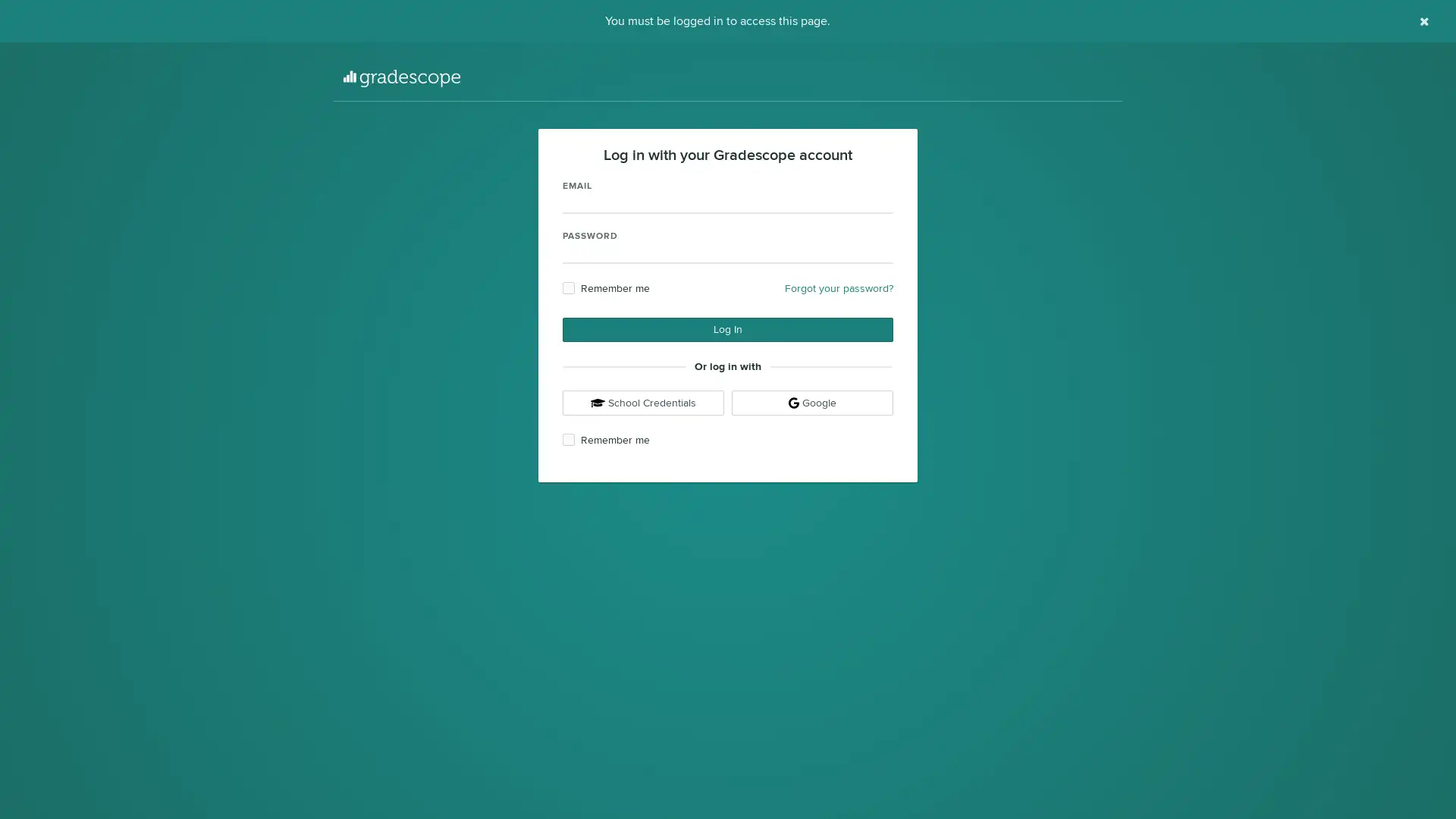 The height and width of the screenshot is (819, 1456). What do you see at coordinates (728, 329) in the screenshot?
I see `Log In` at bounding box center [728, 329].